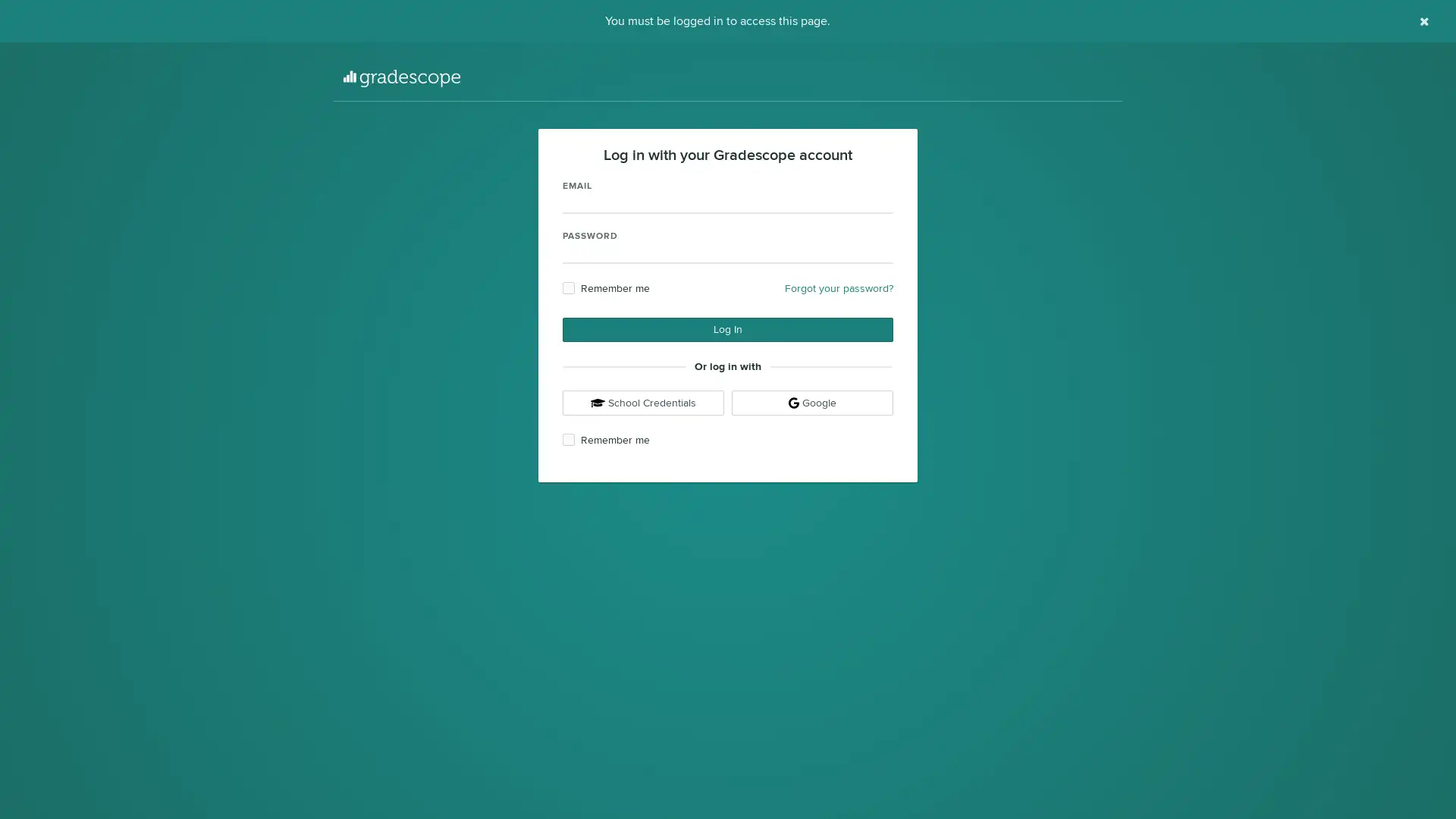 The height and width of the screenshot is (819, 1456). What do you see at coordinates (728, 329) in the screenshot?
I see `Log In` at bounding box center [728, 329].